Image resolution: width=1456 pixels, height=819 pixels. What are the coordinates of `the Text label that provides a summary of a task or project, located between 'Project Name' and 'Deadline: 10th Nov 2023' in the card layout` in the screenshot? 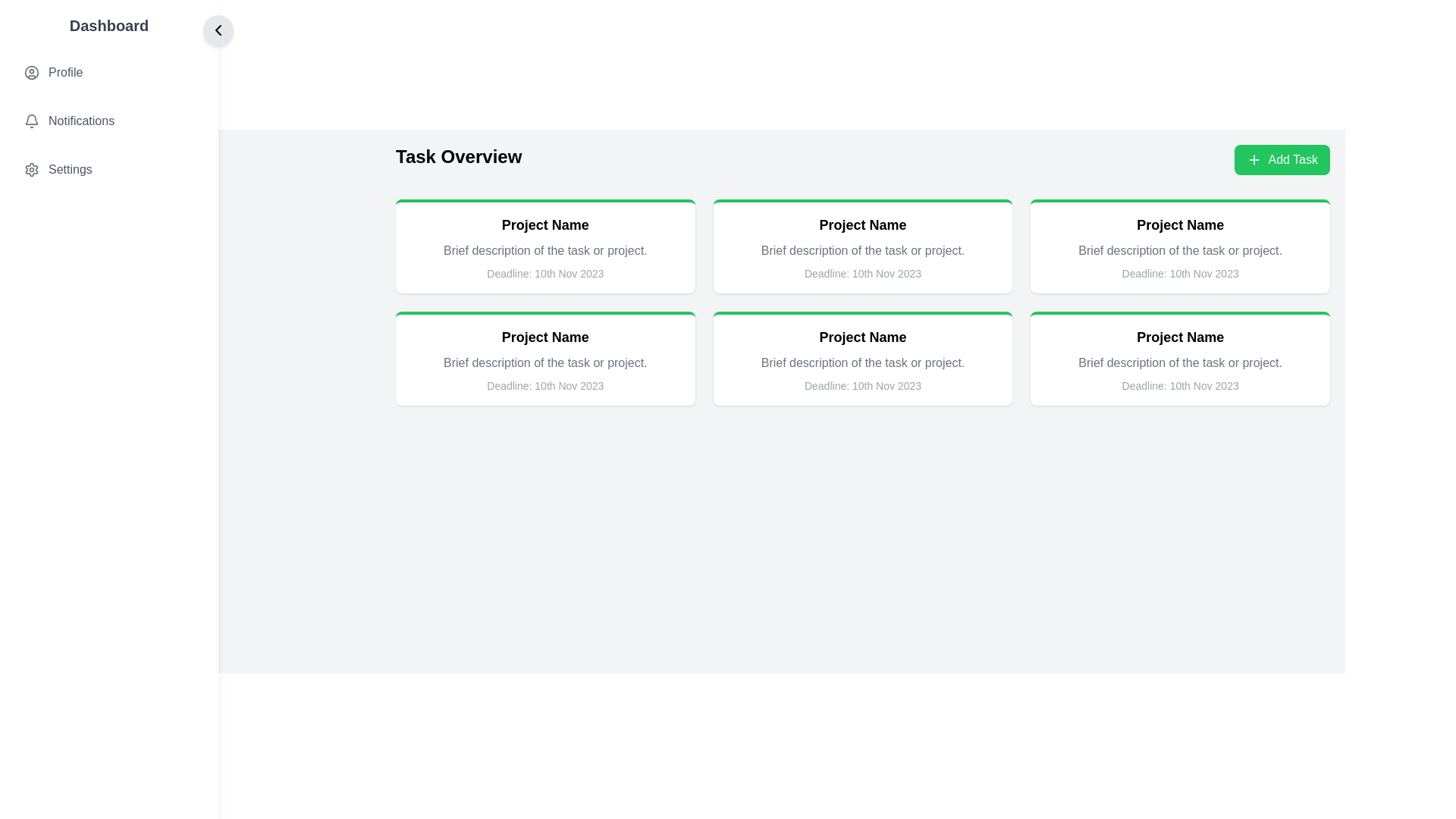 It's located at (545, 362).